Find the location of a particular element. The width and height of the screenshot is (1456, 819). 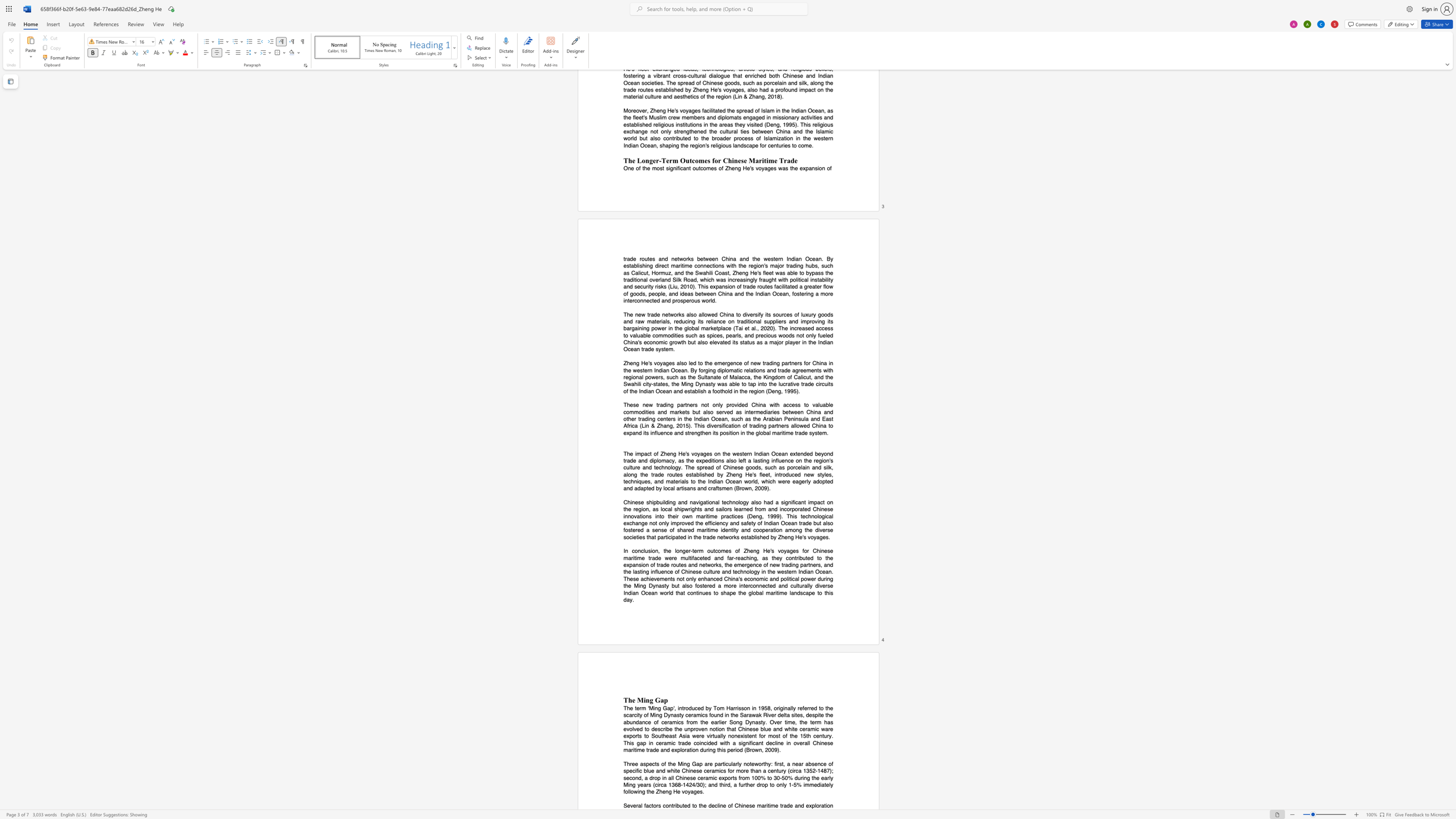

the subset text "blis" within the text "established" is located at coordinates (751, 536).